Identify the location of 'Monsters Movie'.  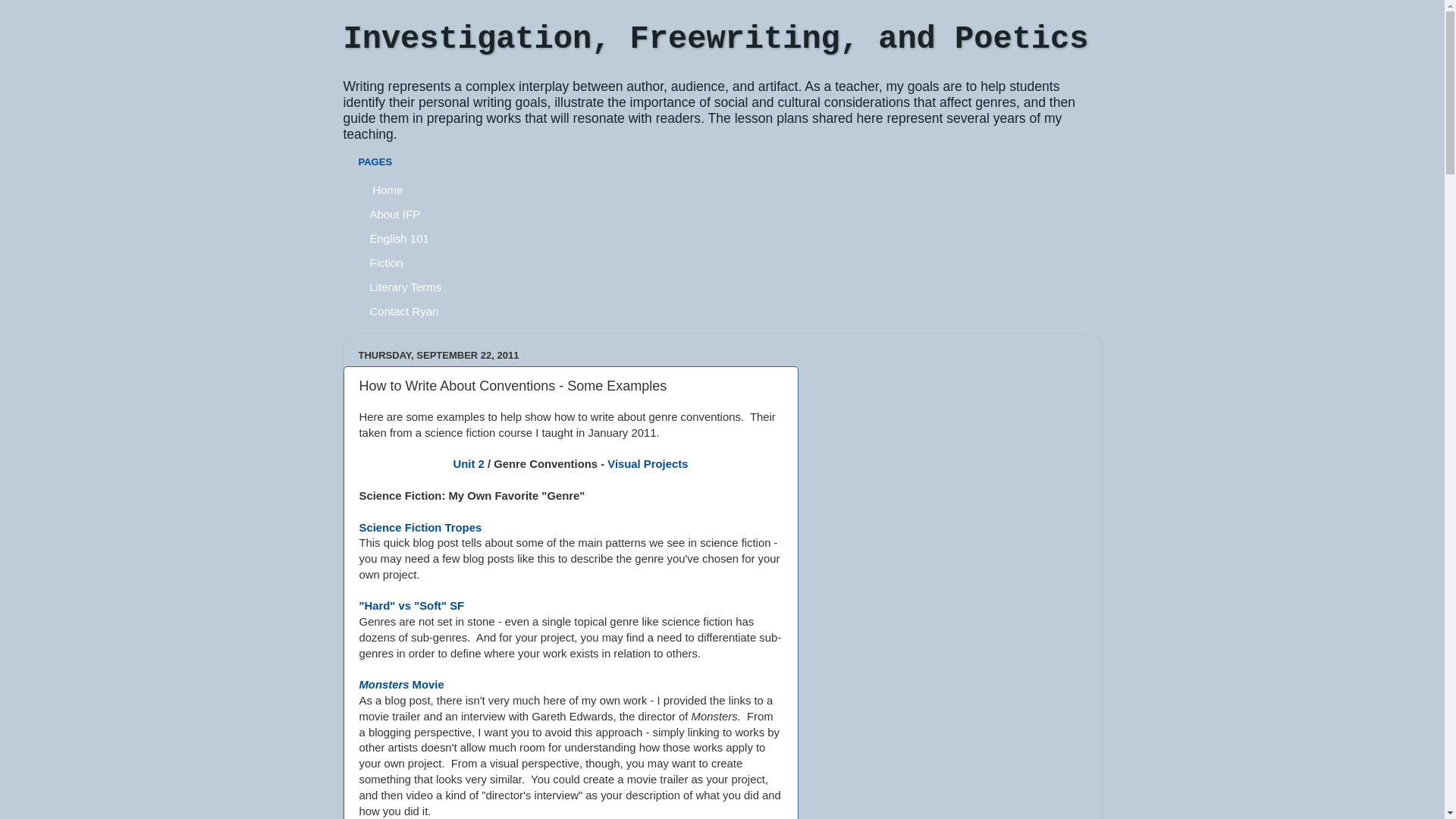
(359, 684).